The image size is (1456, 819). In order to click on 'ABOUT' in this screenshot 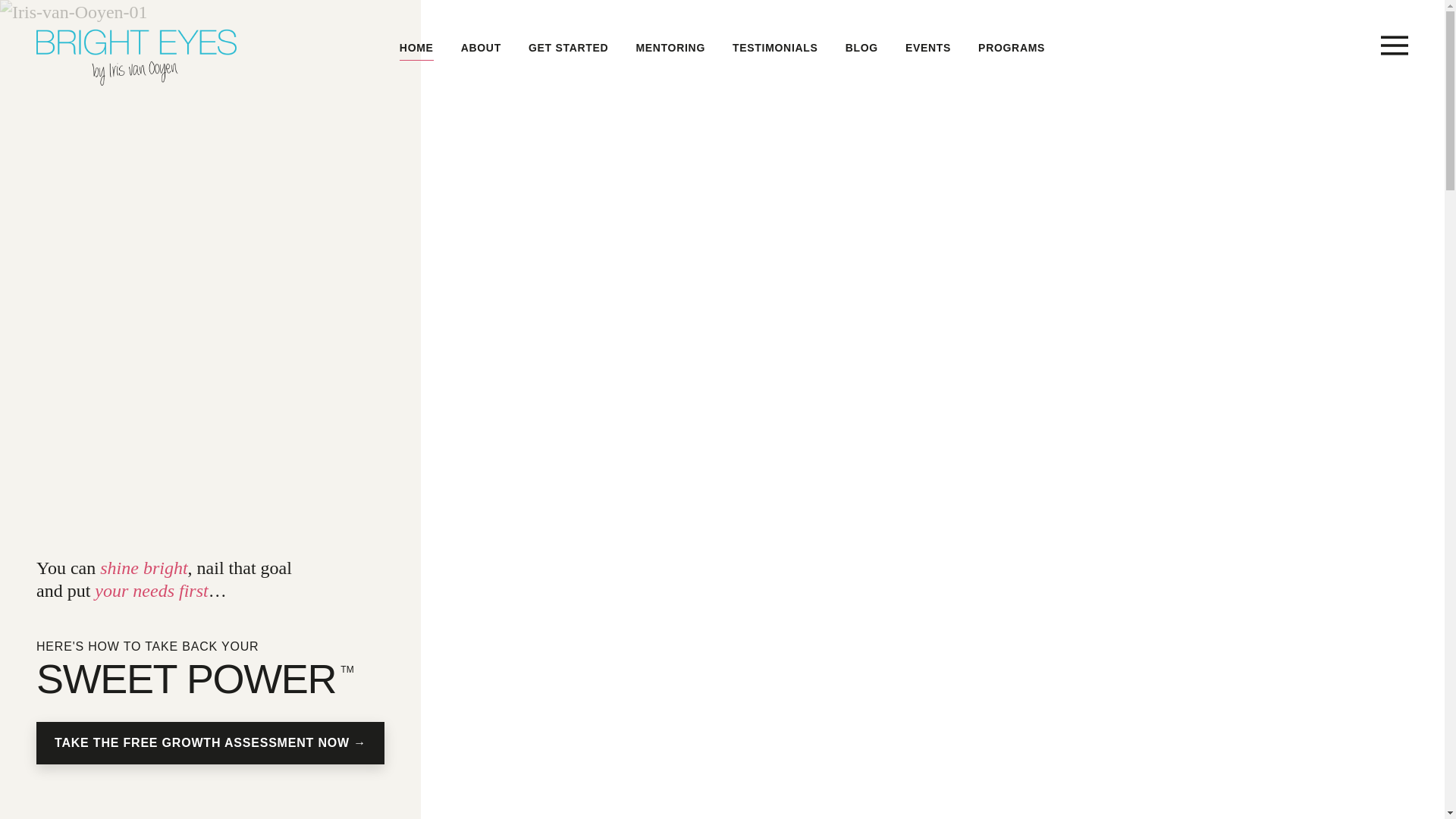, I will do `click(460, 47)`.